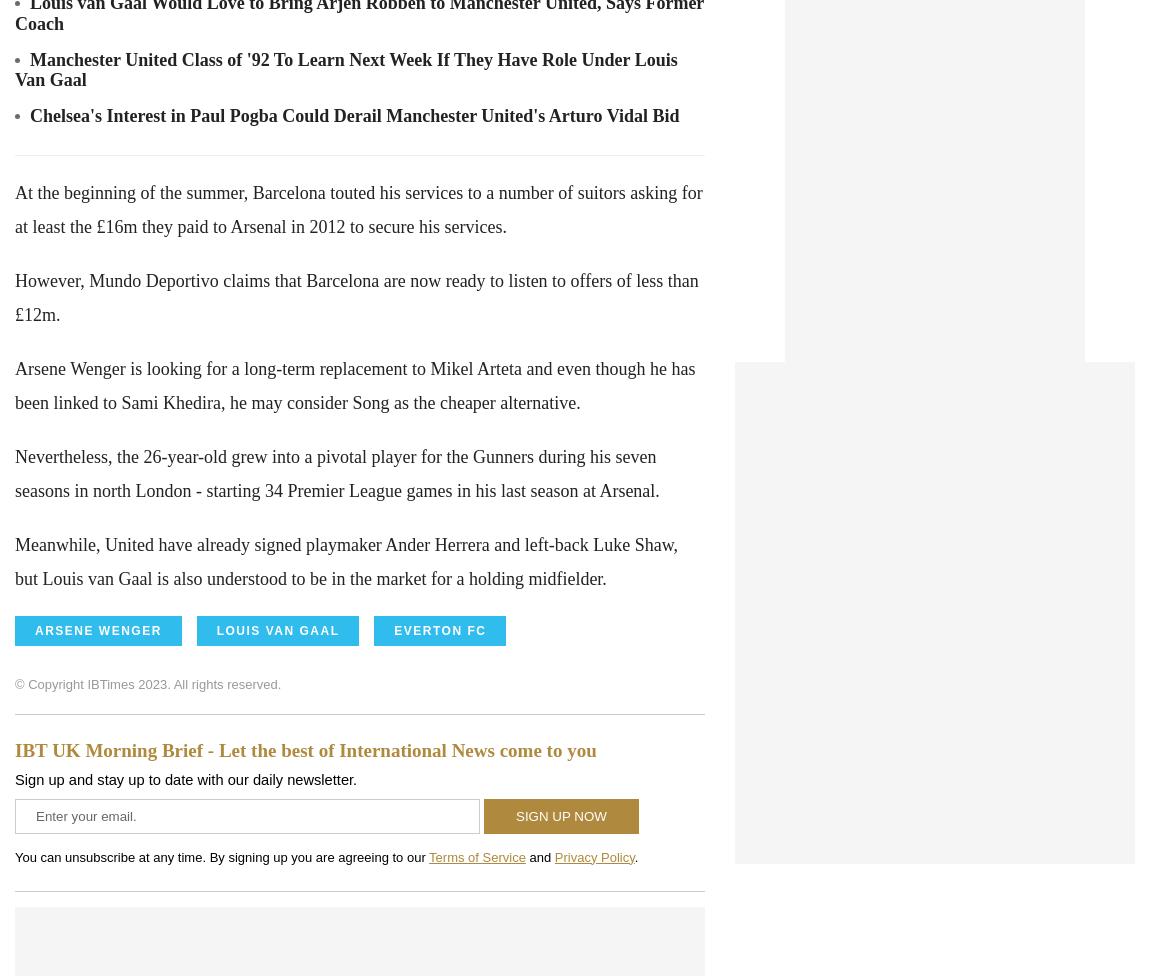 This screenshot has height=976, width=1150. What do you see at coordinates (13, 749) in the screenshot?
I see `'IBT UK Morning Brief - Let the best of International News come to you'` at bounding box center [13, 749].